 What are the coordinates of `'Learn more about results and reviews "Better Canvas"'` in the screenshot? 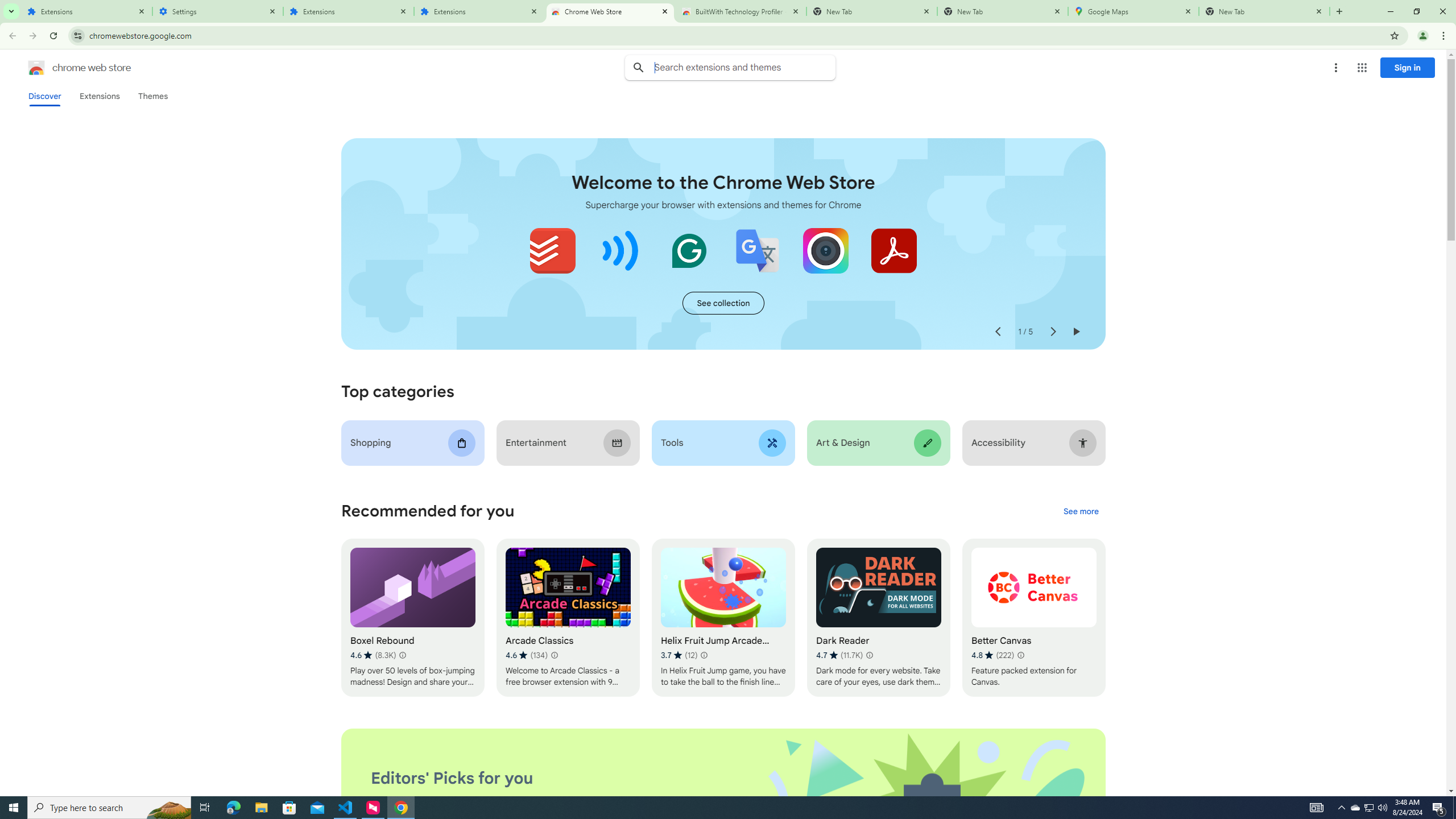 It's located at (1020, 655).